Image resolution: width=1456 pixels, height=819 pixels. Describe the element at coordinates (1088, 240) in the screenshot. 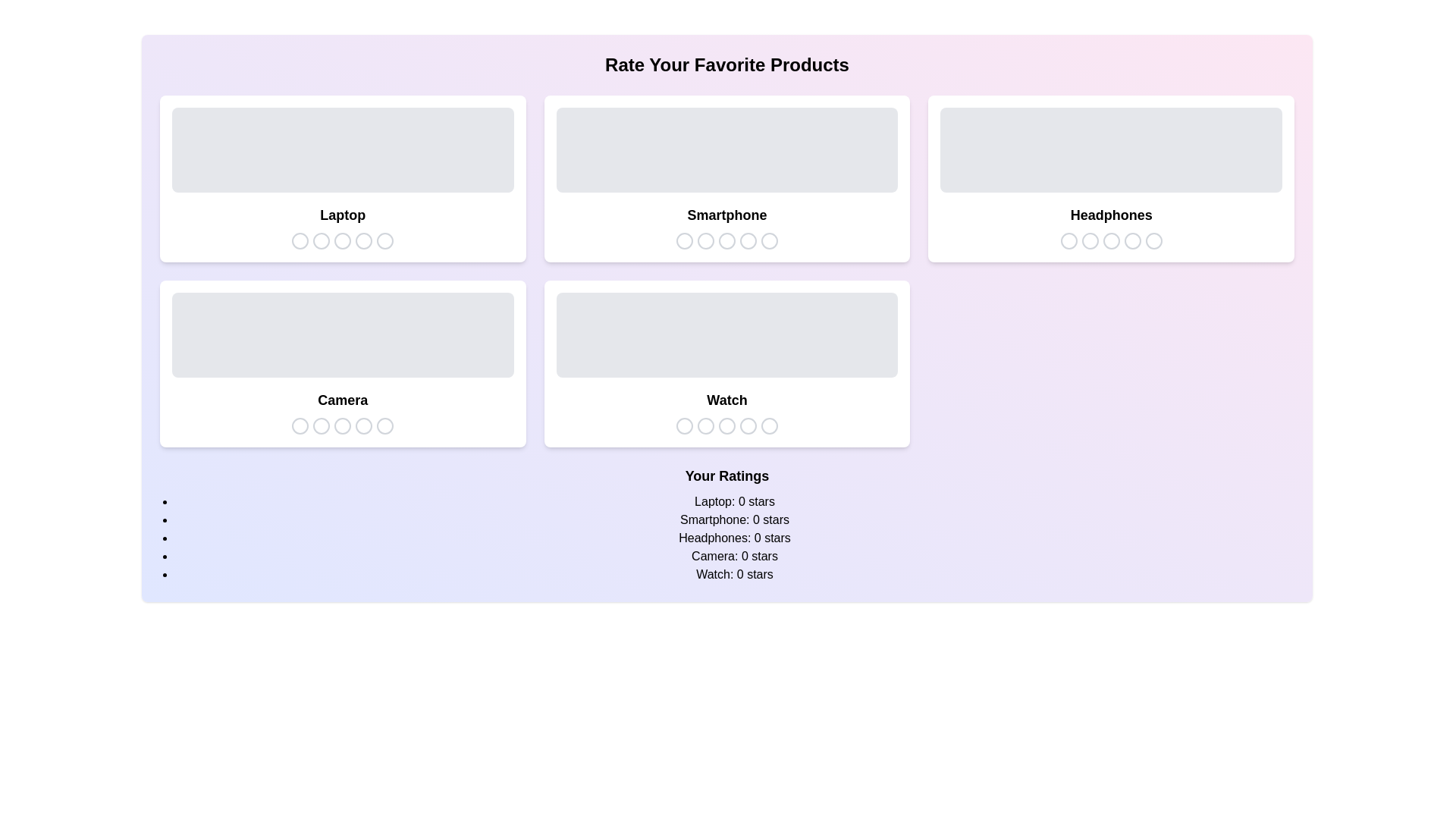

I see `the star icon corresponding to 2 stars for the product Headphones` at that location.